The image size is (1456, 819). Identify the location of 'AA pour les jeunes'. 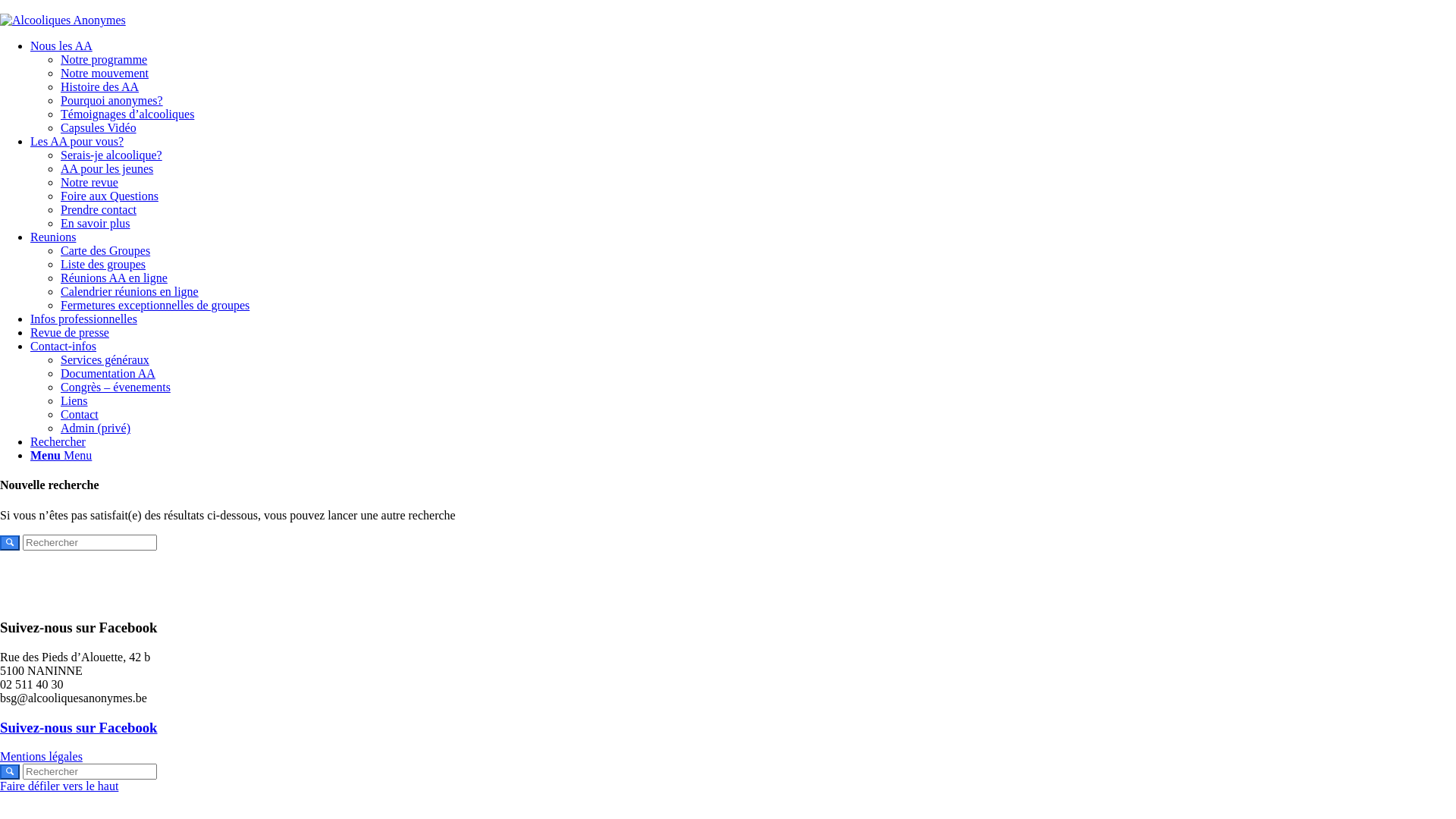
(105, 168).